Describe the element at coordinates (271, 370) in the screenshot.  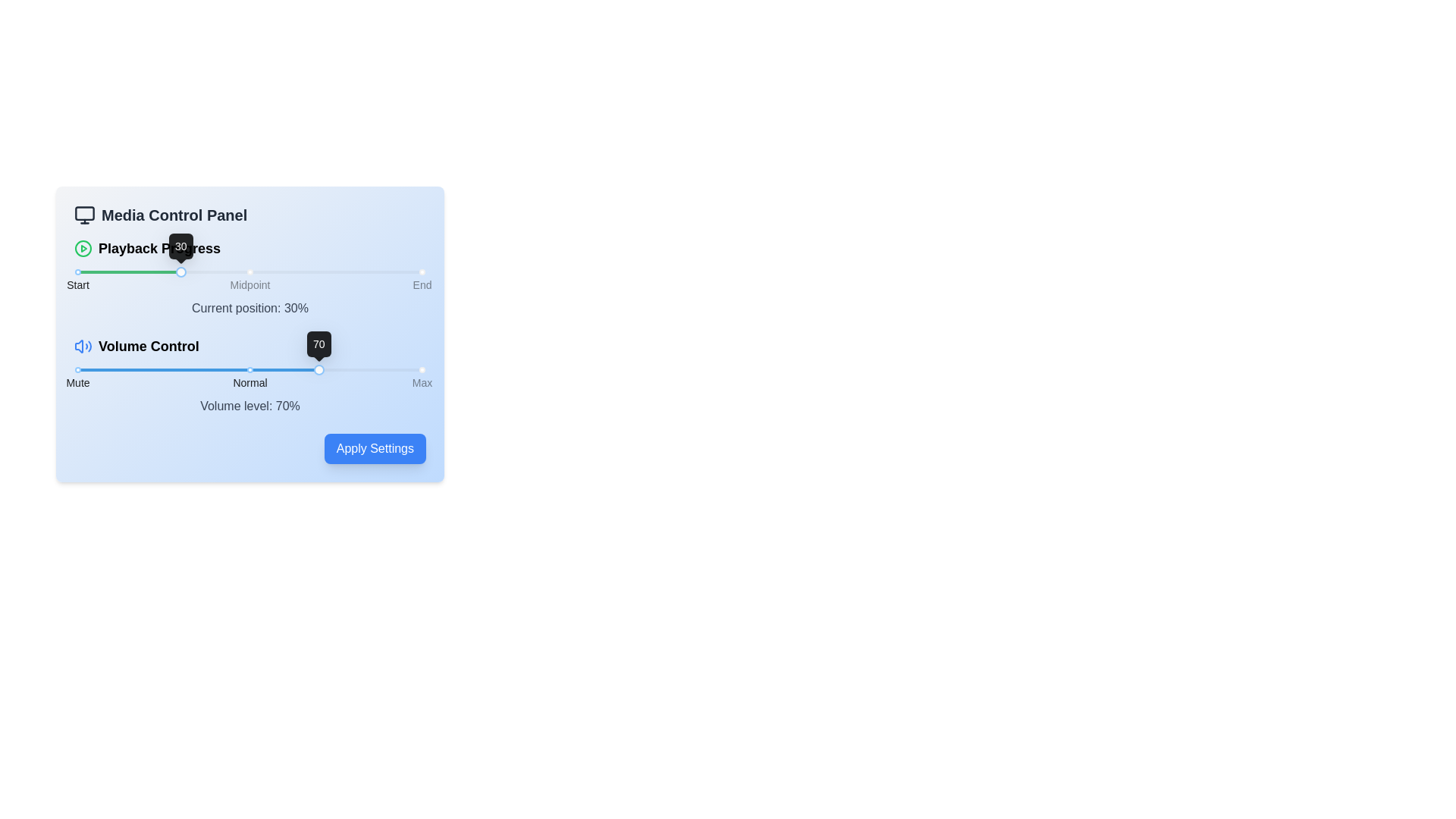
I see `the volume` at that location.